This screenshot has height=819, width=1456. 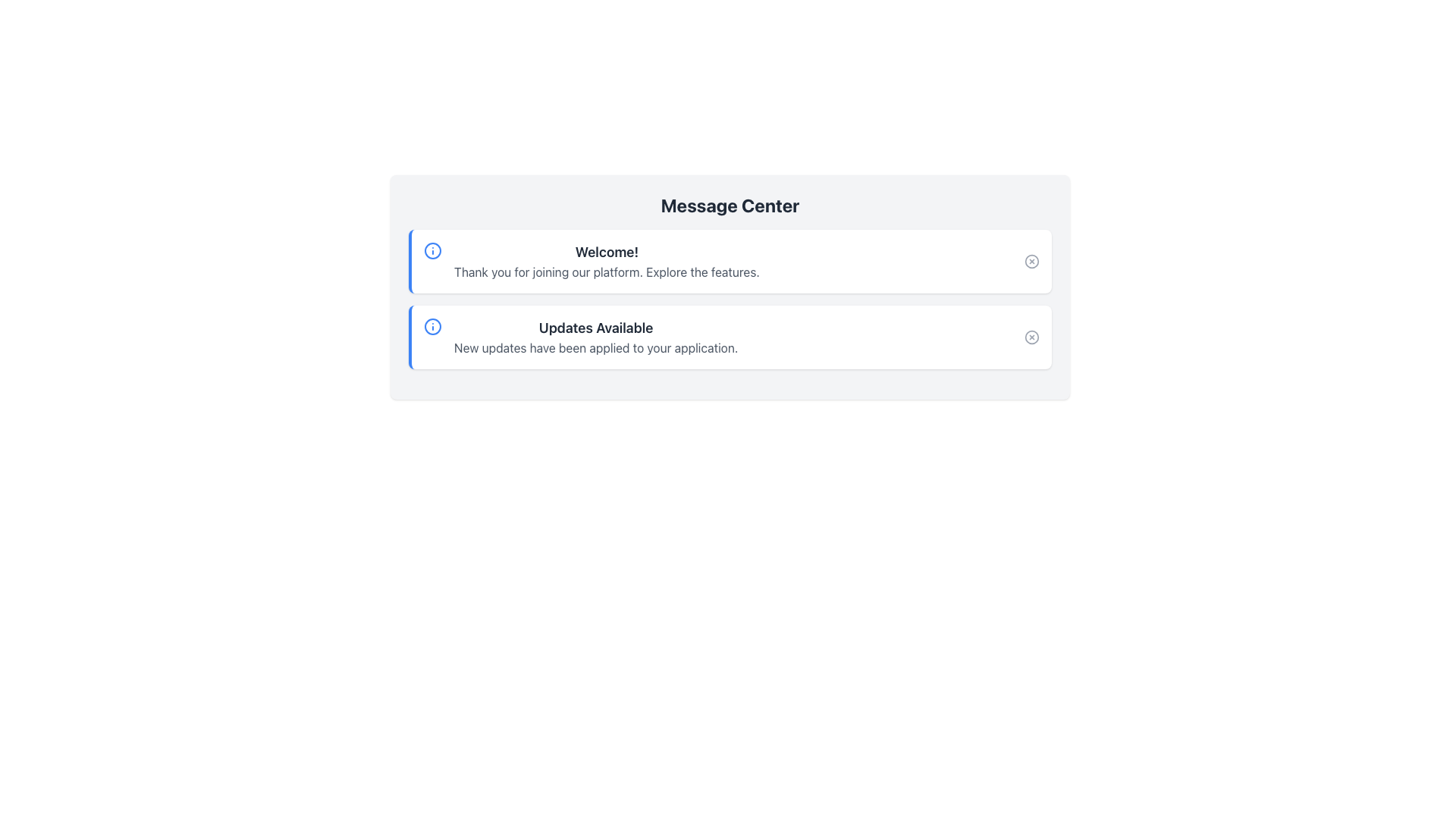 What do you see at coordinates (1031, 260) in the screenshot?
I see `the close button located at the top-right corner of the 'Welcome!' message box` at bounding box center [1031, 260].